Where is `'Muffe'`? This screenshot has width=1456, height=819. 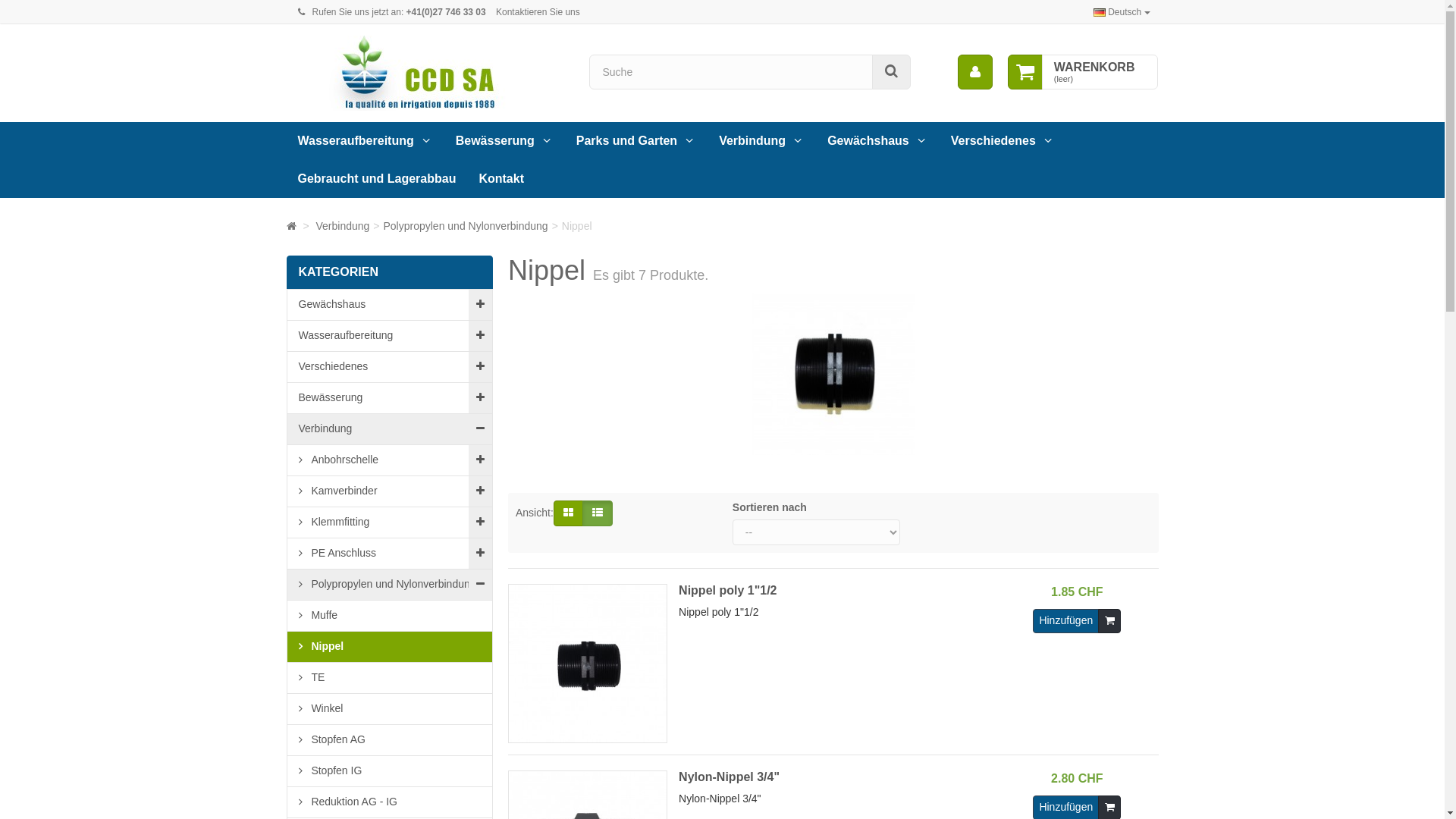 'Muffe' is located at coordinates (389, 615).